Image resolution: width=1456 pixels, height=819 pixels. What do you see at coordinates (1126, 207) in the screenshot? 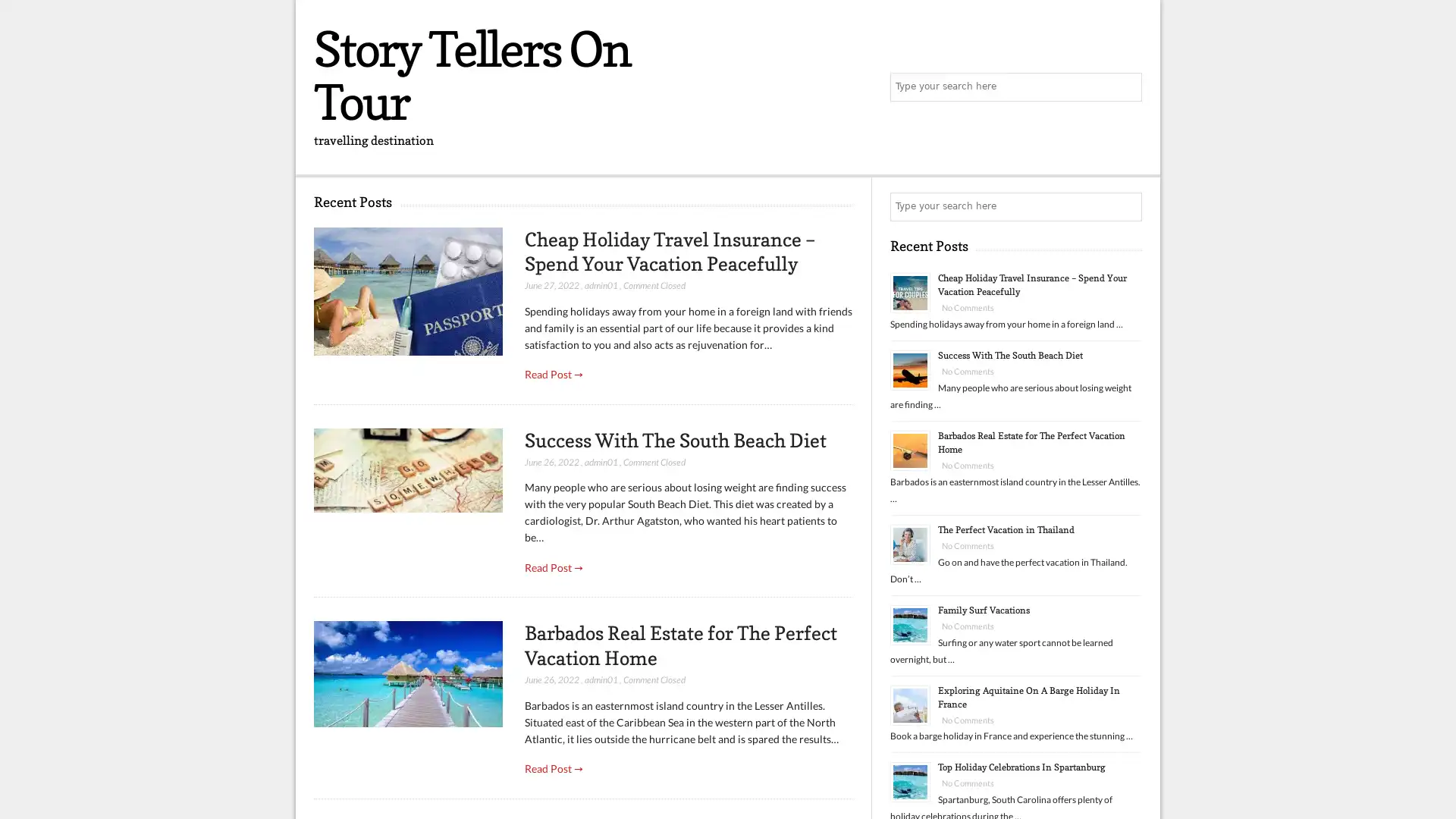
I see `Search` at bounding box center [1126, 207].